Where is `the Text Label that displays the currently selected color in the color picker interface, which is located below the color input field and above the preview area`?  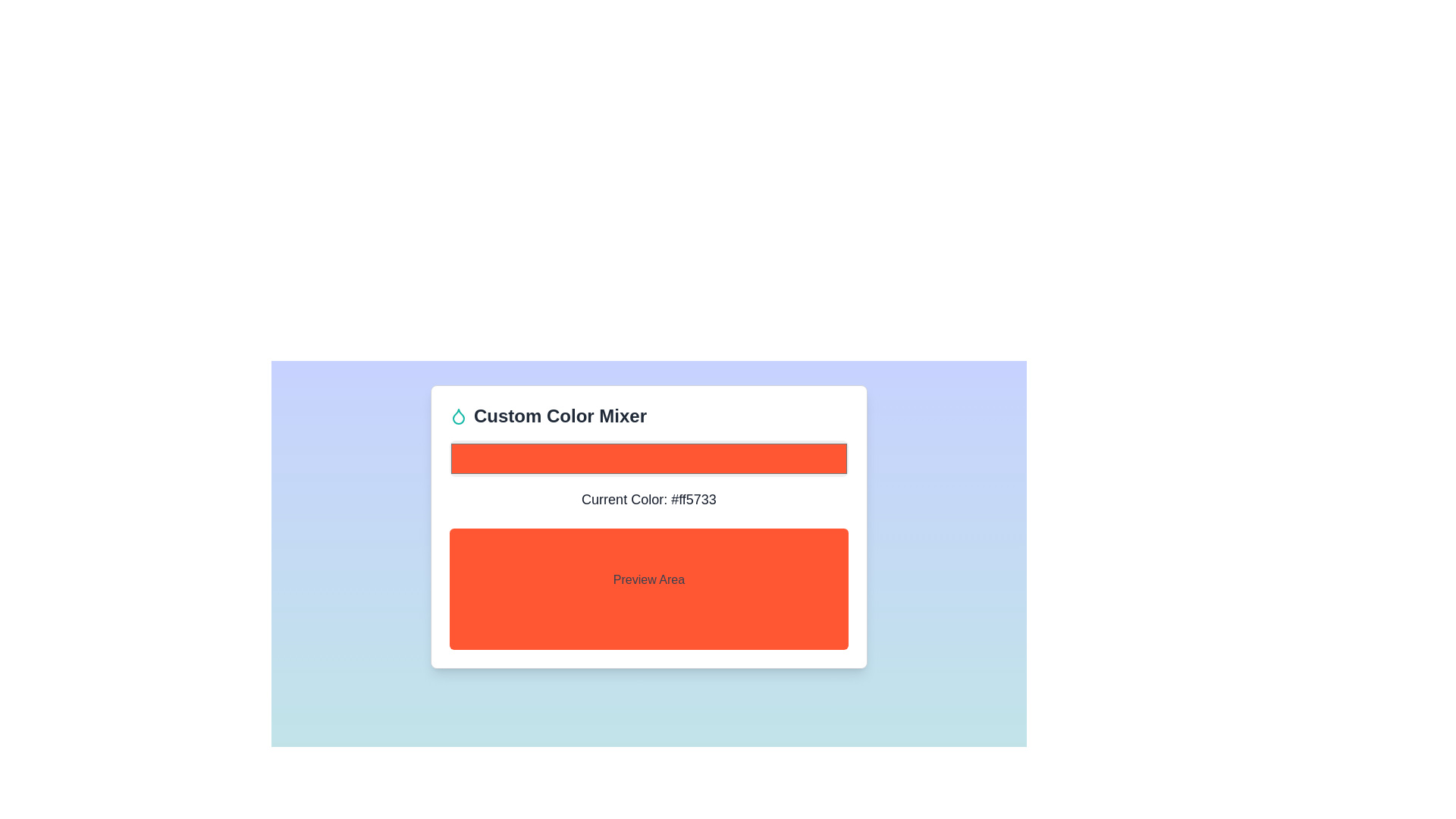
the Text Label that displays the currently selected color in the color picker interface, which is located below the color input field and above the preview area is located at coordinates (648, 500).